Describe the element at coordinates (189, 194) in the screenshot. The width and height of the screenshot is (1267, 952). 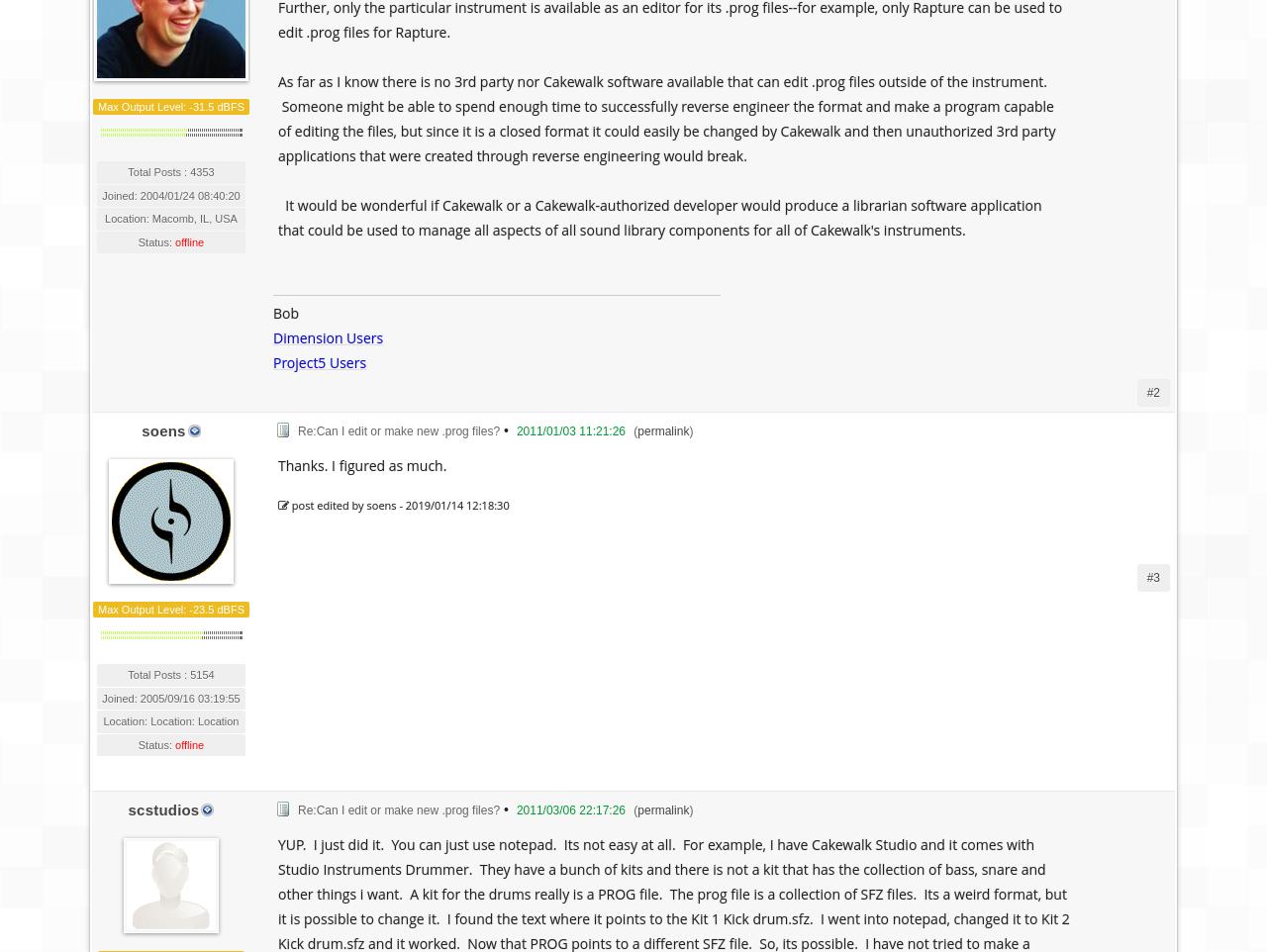
I see `'2004/01/24 08:40:20'` at that location.